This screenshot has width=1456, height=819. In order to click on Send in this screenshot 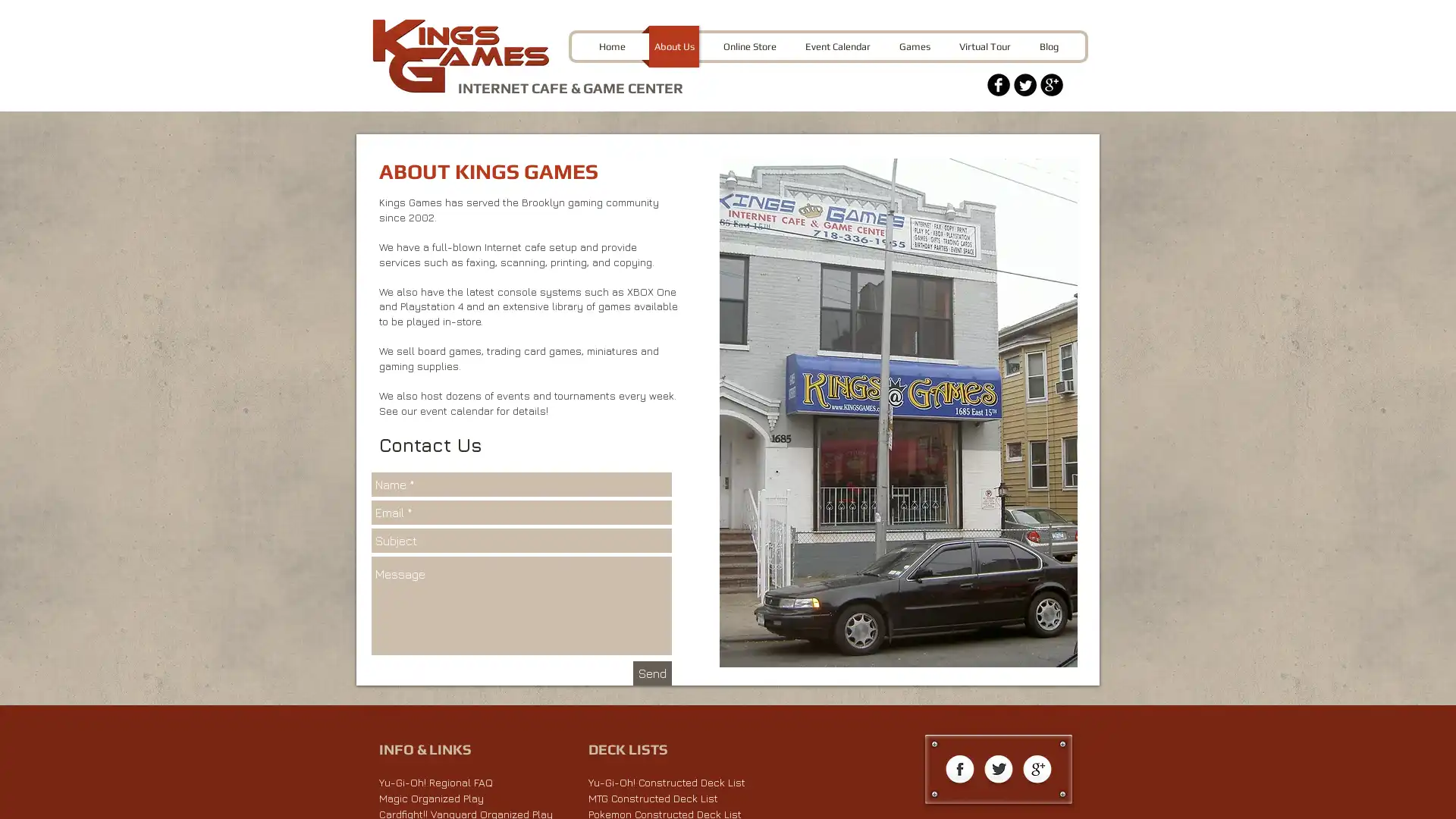, I will do `click(652, 672)`.